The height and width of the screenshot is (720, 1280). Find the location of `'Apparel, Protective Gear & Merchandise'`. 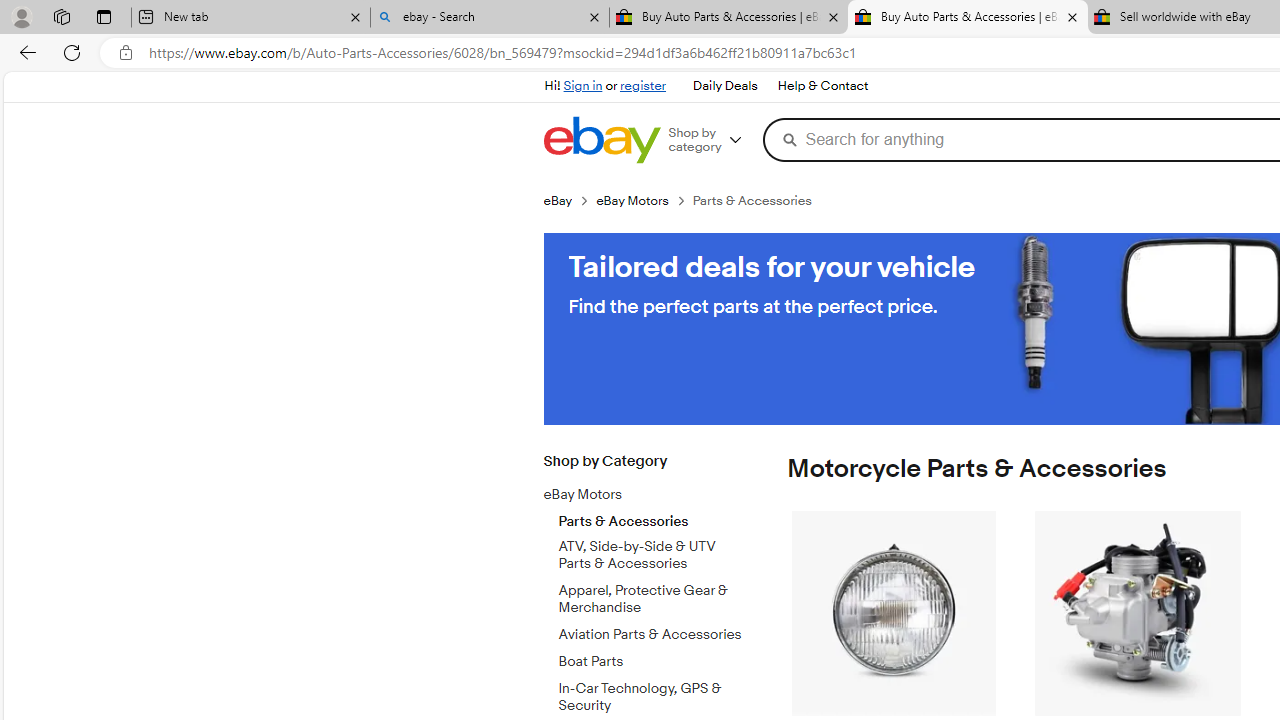

'Apparel, Protective Gear & Merchandise' is located at coordinates (653, 598).